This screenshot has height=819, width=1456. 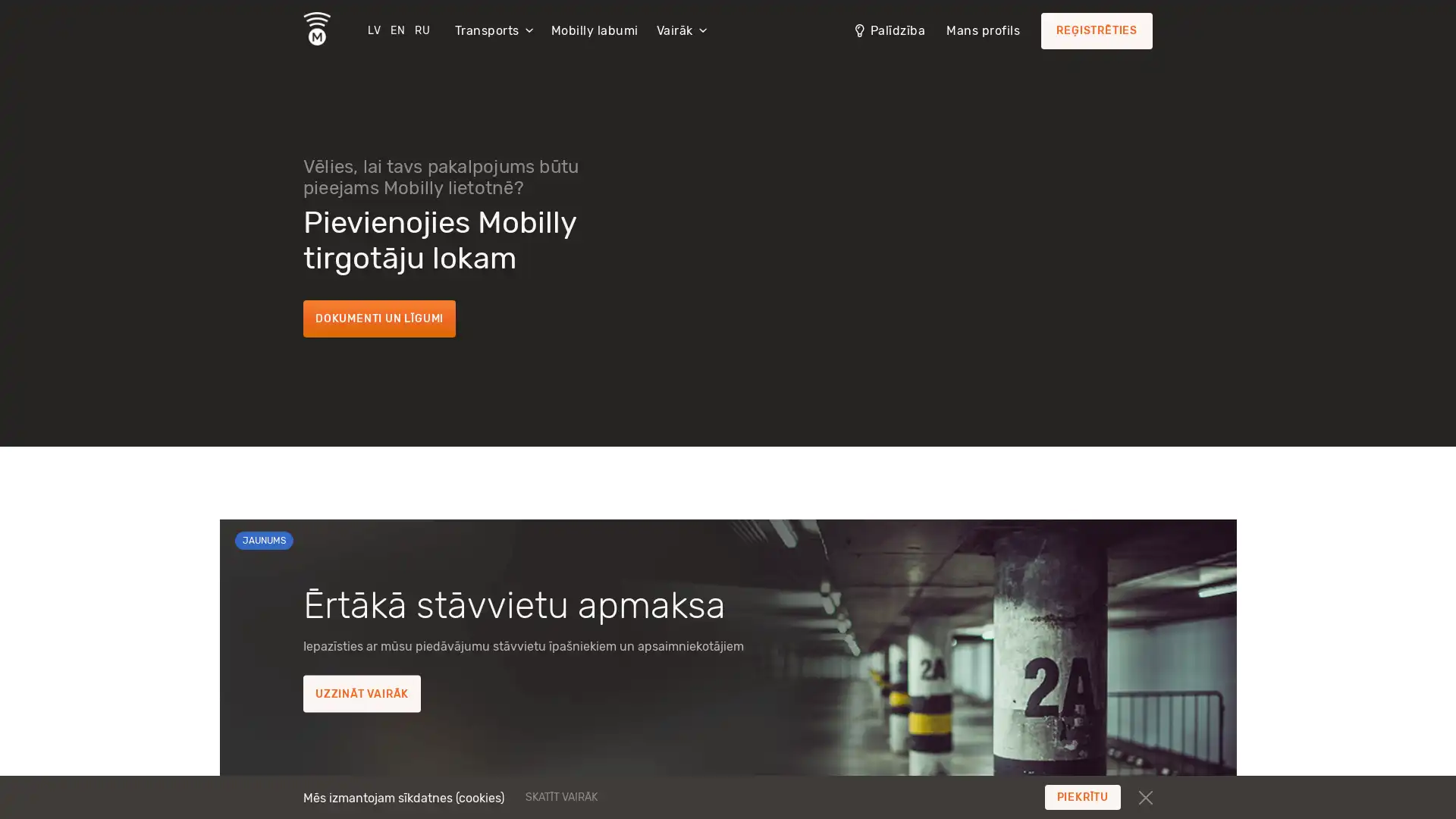 I want to click on SKATIT VAIRAK, so click(x=654, y=795).